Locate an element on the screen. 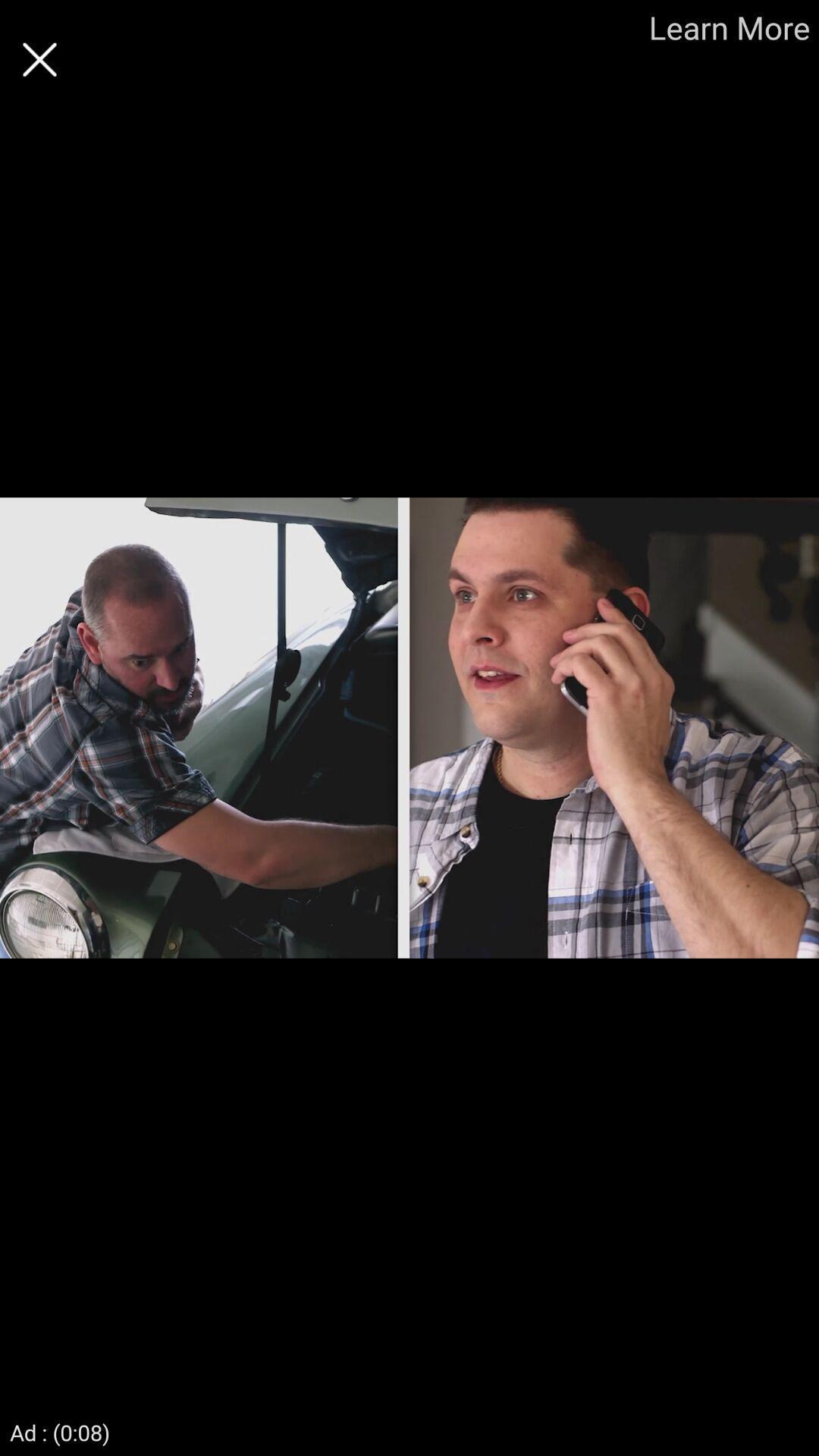 The image size is (819, 1456). exit is located at coordinates (39, 59).